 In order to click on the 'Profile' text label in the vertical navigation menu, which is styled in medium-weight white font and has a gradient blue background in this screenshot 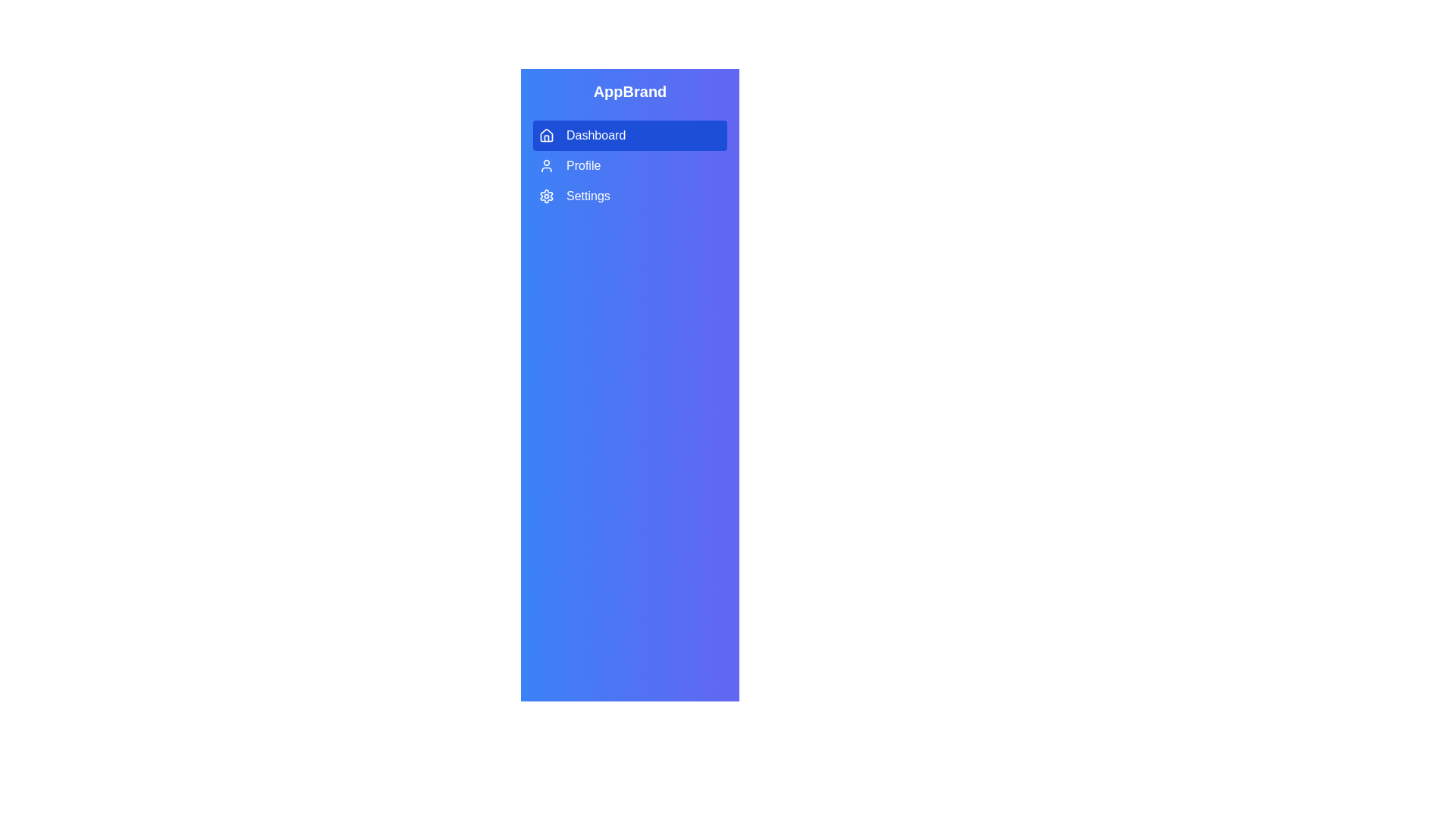, I will do `click(582, 166)`.